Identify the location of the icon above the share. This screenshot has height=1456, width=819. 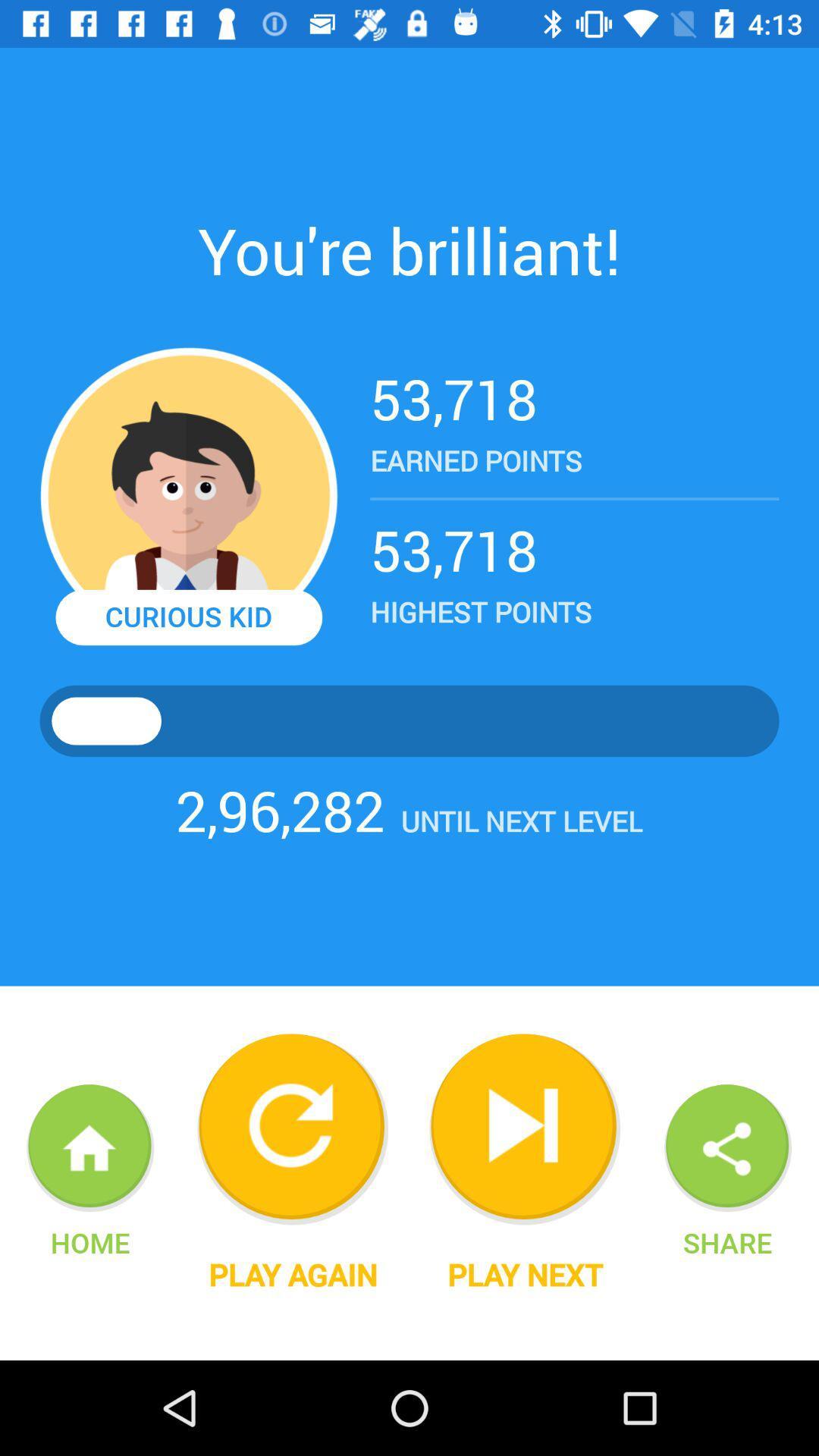
(727, 1148).